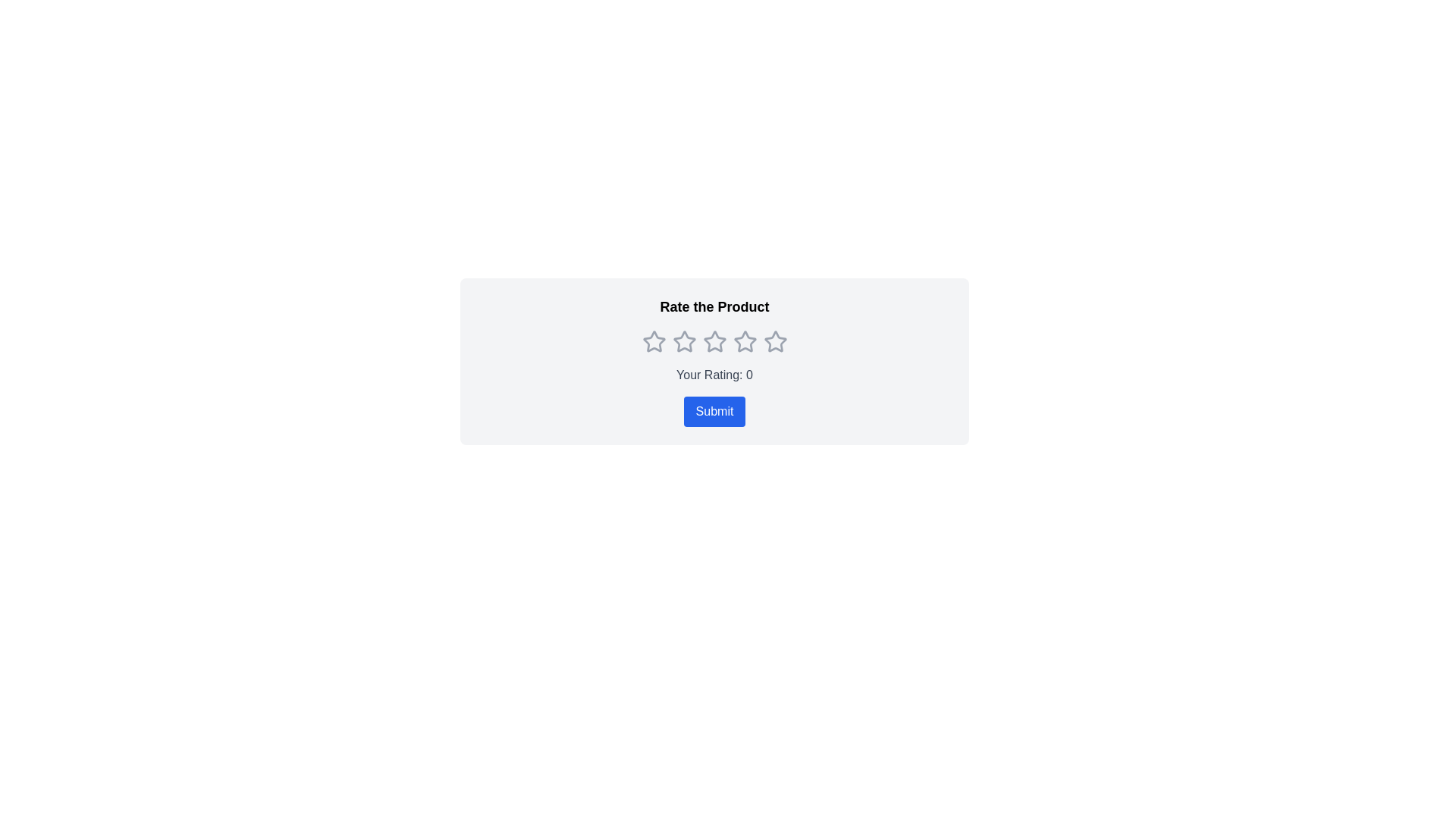 This screenshot has width=1456, height=819. I want to click on the third star icon in the central rating bar, so click(714, 342).